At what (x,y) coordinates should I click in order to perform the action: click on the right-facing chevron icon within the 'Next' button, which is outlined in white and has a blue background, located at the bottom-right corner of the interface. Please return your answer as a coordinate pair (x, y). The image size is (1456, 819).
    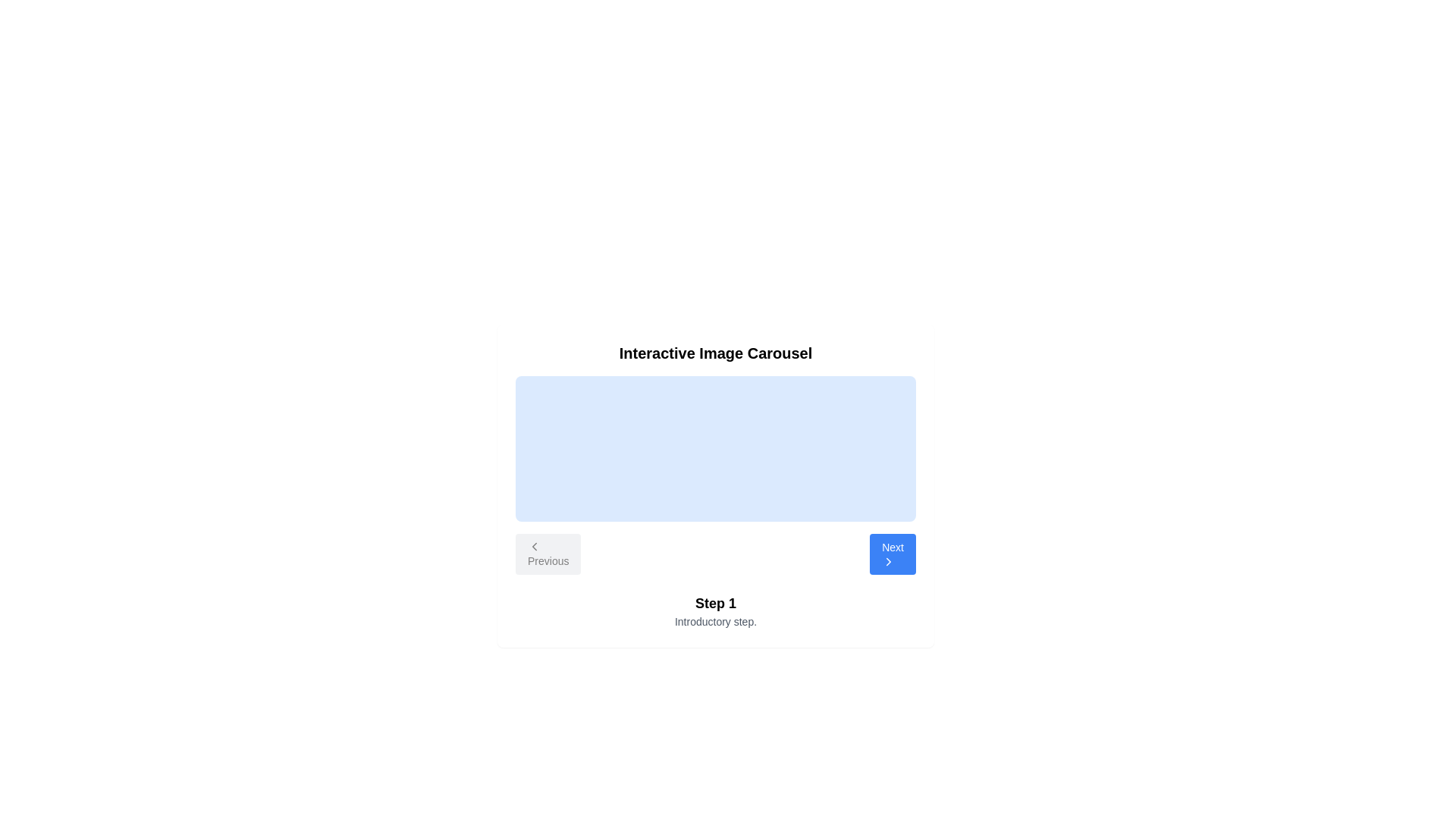
    Looking at the image, I should click on (889, 561).